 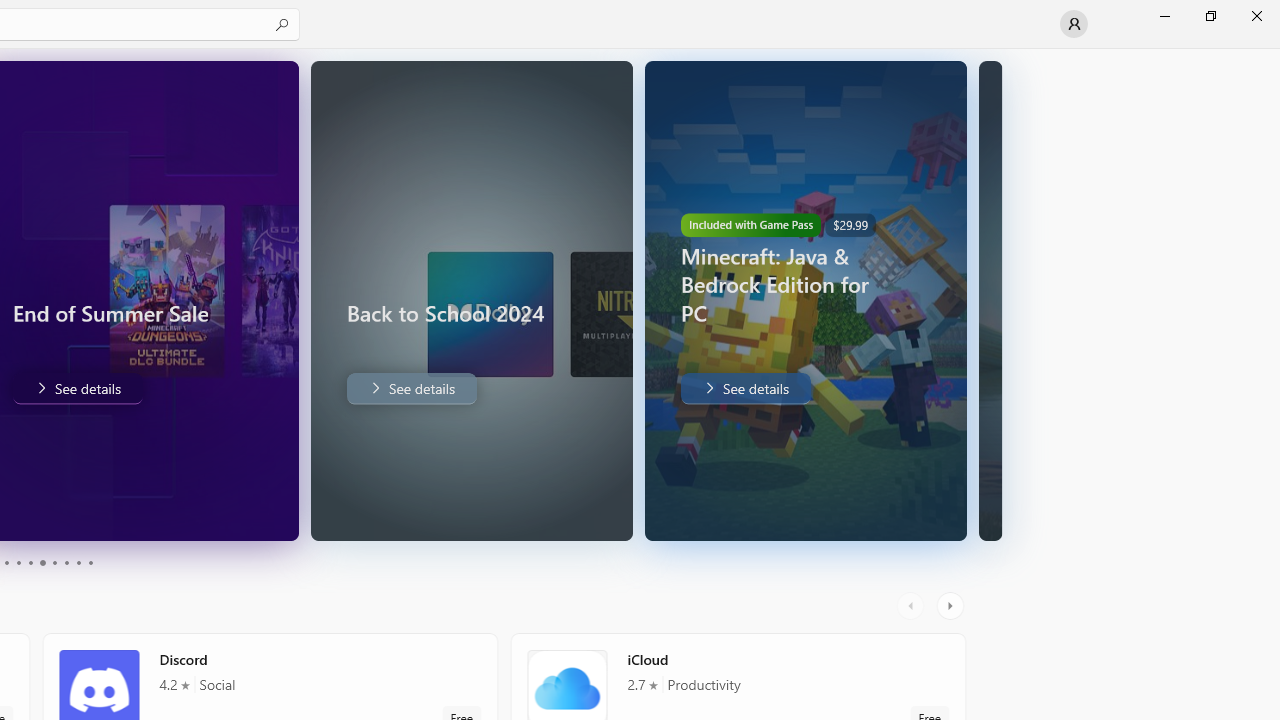 What do you see at coordinates (951, 605) in the screenshot?
I see `'AutomationID: RightScrollButton'` at bounding box center [951, 605].